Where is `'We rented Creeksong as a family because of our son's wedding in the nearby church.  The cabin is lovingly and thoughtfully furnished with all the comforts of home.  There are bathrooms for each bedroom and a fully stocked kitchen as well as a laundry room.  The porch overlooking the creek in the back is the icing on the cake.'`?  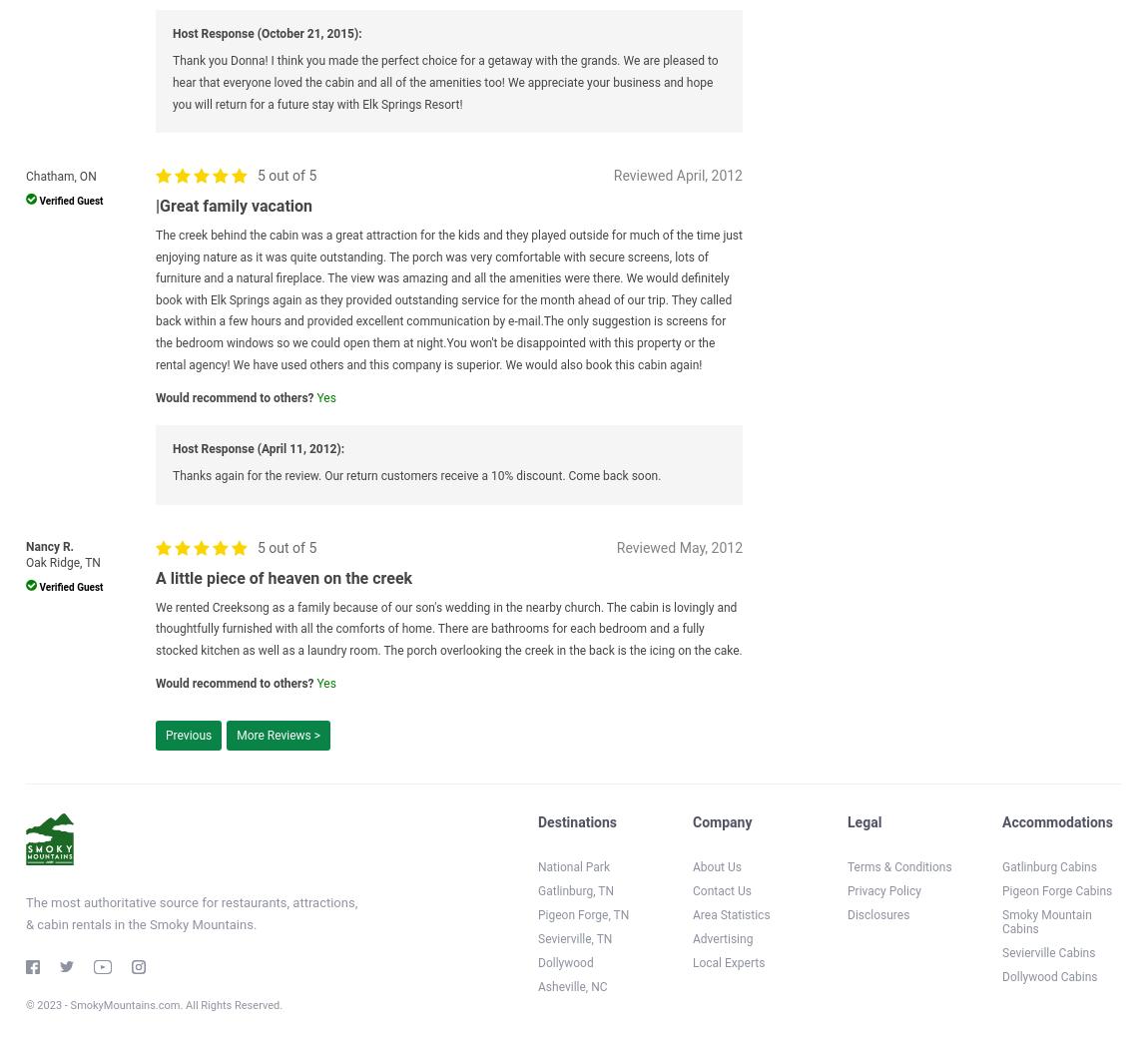 'We rented Creeksong as a family because of our son's wedding in the nearby church.  The cabin is lovingly and thoughtfully furnished with all the comforts of home.  There are bathrooms for each bedroom and a fully stocked kitchen as well as a laundry room.  The porch overlooking the creek in the back is the icing on the cake.' is located at coordinates (448, 628).